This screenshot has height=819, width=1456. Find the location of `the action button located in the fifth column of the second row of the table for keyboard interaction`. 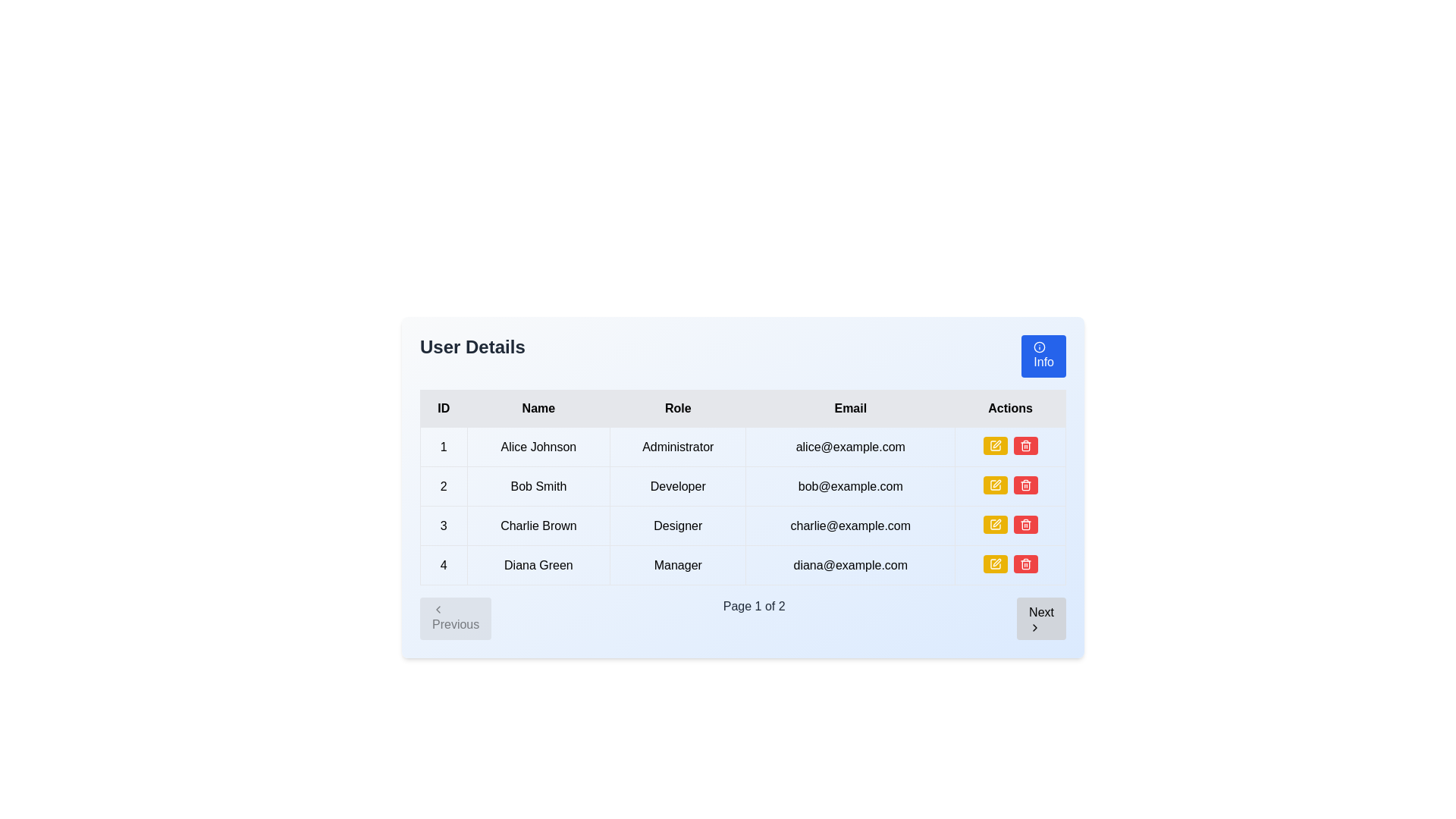

the action button located in the fifth column of the second row of the table for keyboard interaction is located at coordinates (1010, 486).